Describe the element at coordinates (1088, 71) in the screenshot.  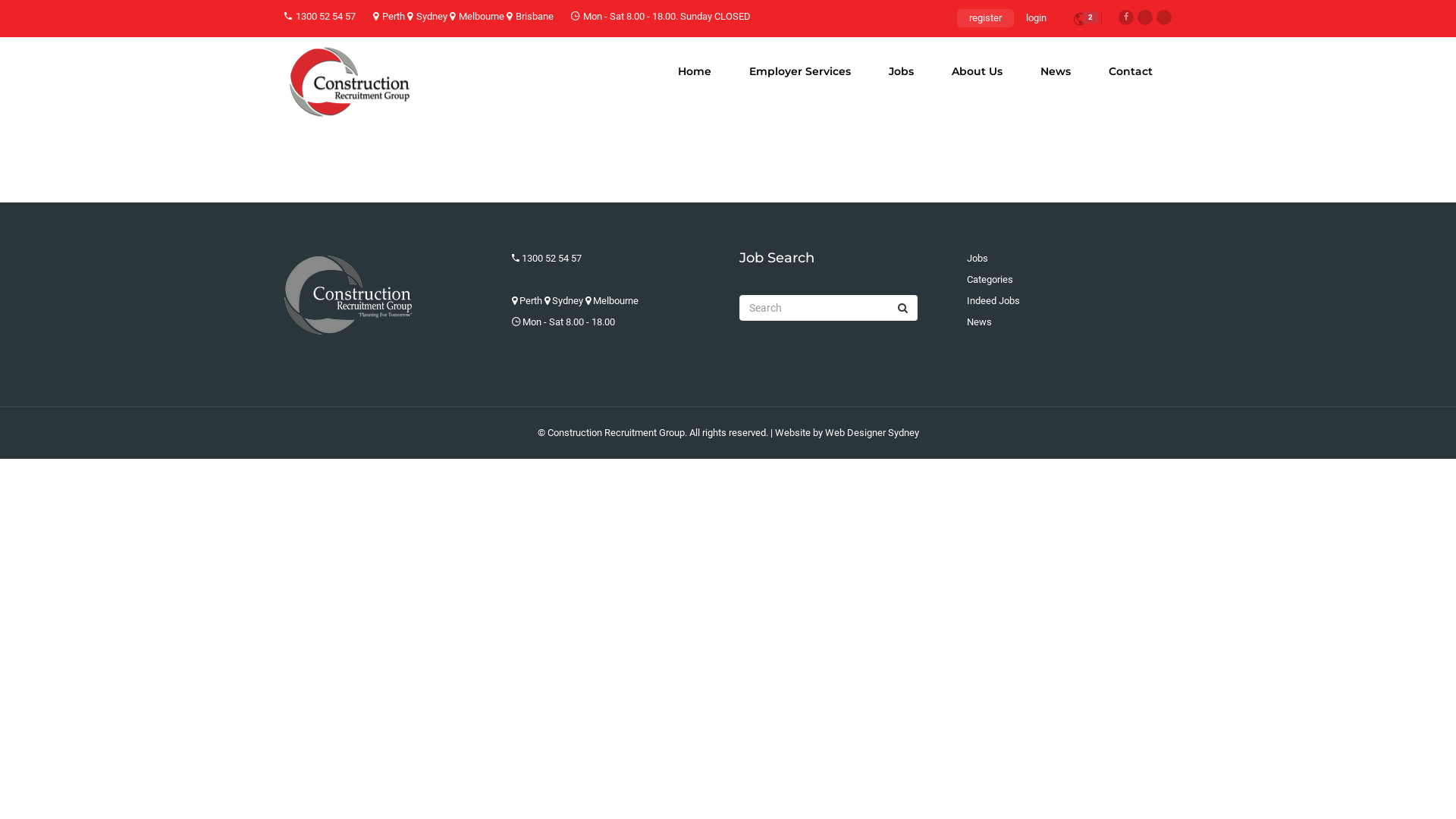
I see `'Contact'` at that location.